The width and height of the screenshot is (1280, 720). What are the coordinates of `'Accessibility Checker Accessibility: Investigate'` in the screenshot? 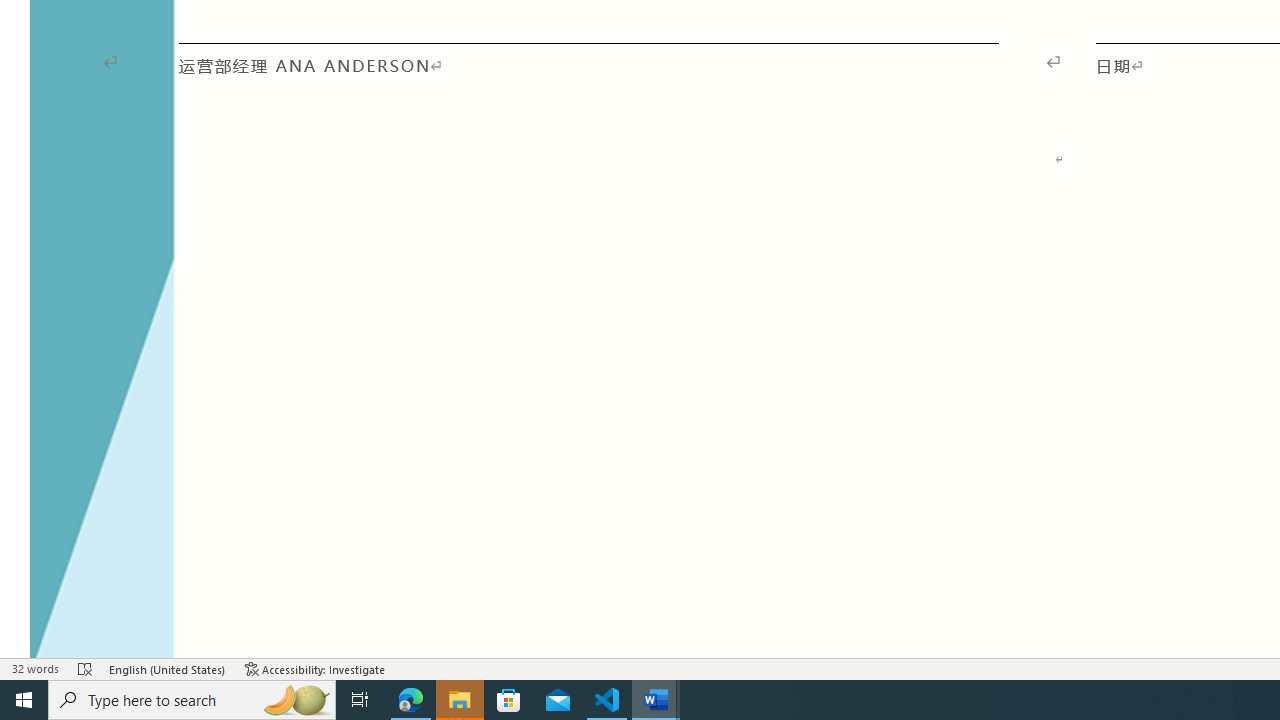 It's located at (314, 669).